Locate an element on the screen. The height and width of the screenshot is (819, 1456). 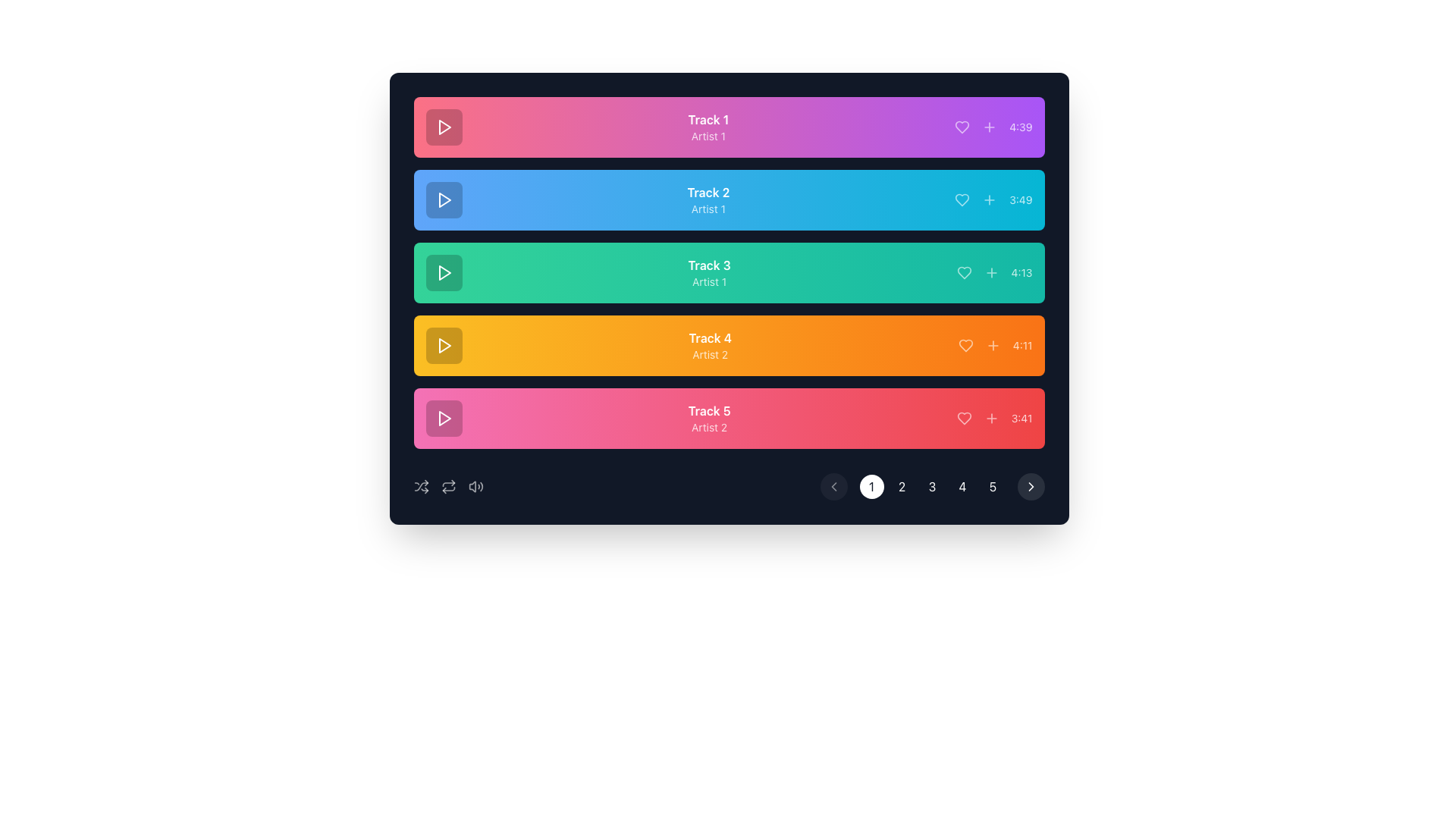
the List Item labeled 'Track 5' with a pink to red gradient background is located at coordinates (729, 418).